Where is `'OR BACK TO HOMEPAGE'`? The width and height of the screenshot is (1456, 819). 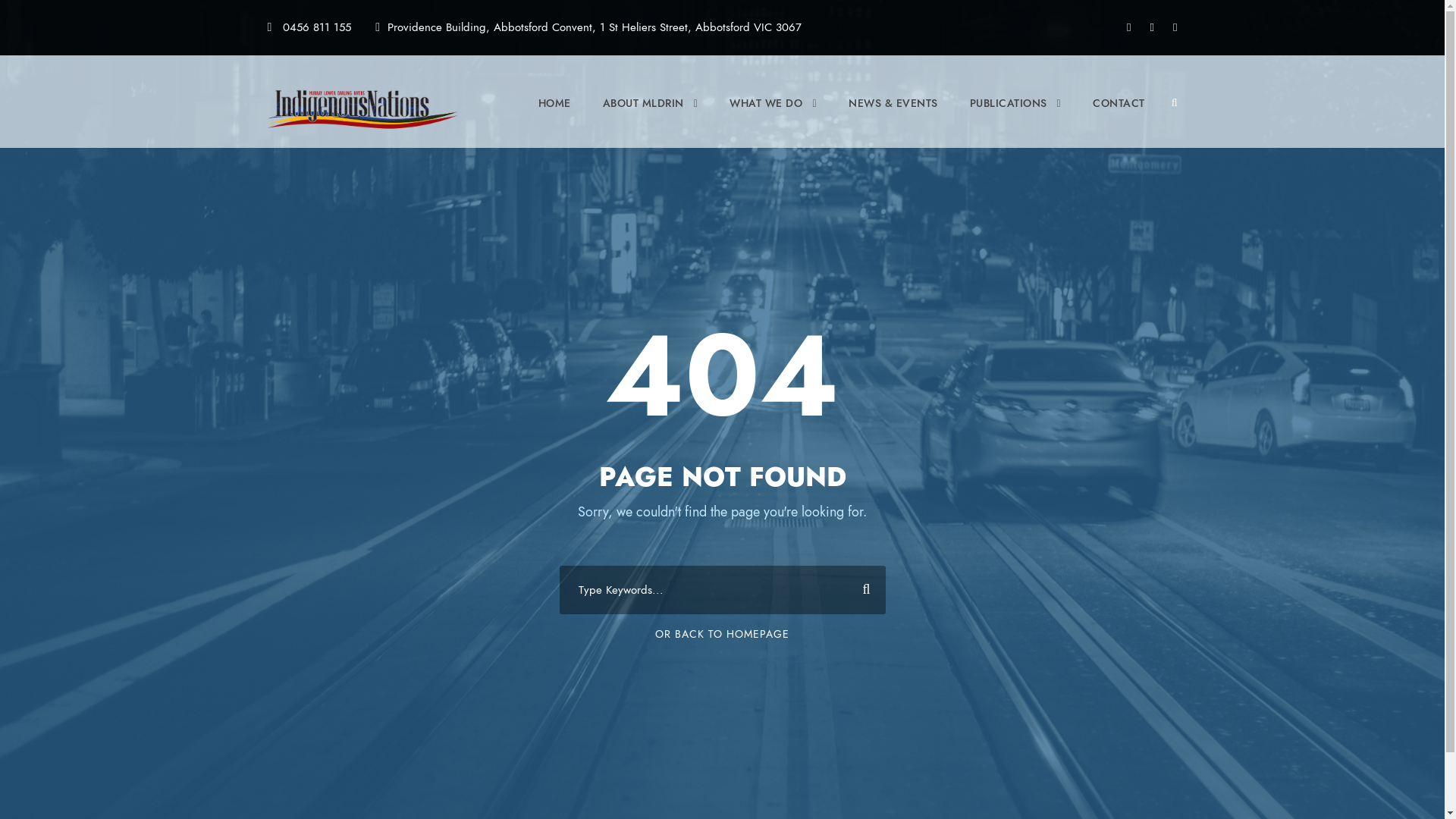 'OR BACK TO HOMEPAGE' is located at coordinates (721, 633).